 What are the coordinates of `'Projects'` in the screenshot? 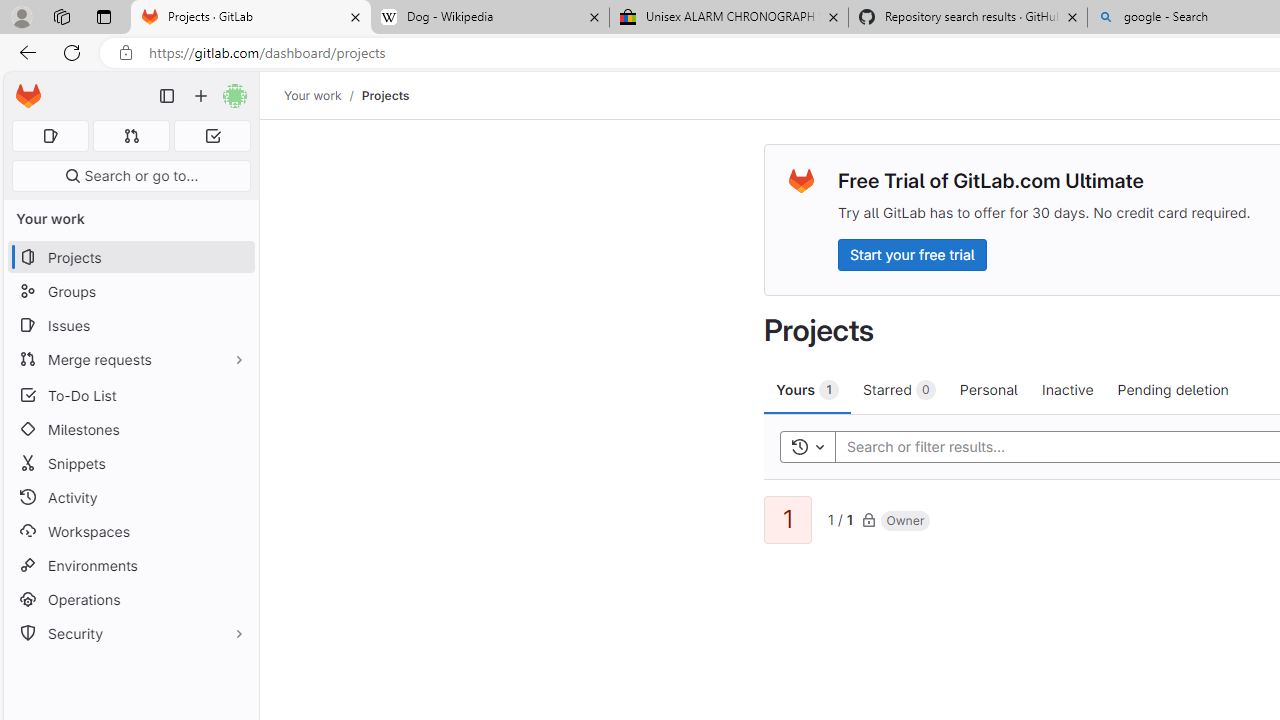 It's located at (385, 95).